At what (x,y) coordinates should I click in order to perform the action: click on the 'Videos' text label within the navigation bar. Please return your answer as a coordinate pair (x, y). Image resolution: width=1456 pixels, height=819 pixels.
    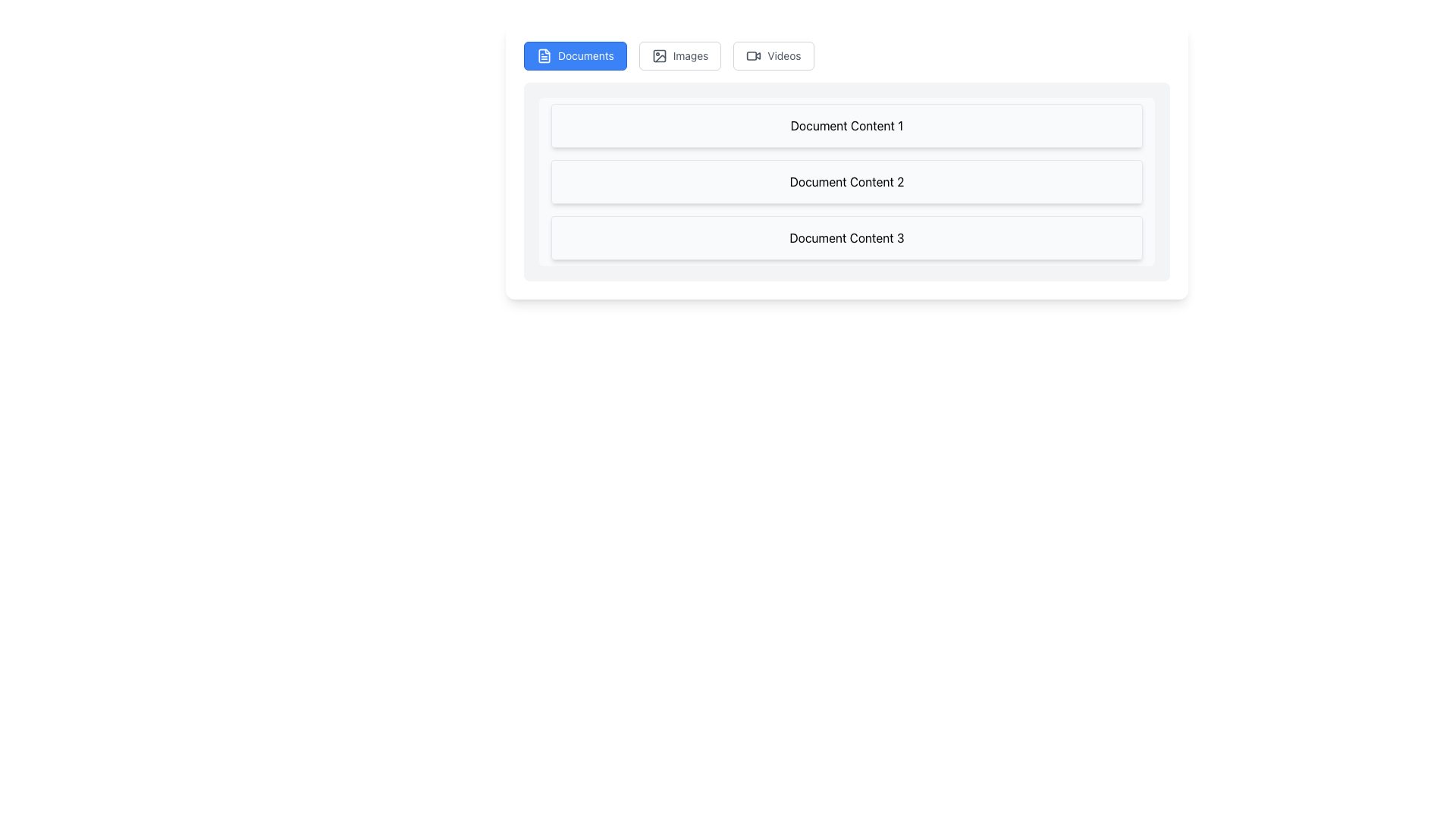
    Looking at the image, I should click on (783, 55).